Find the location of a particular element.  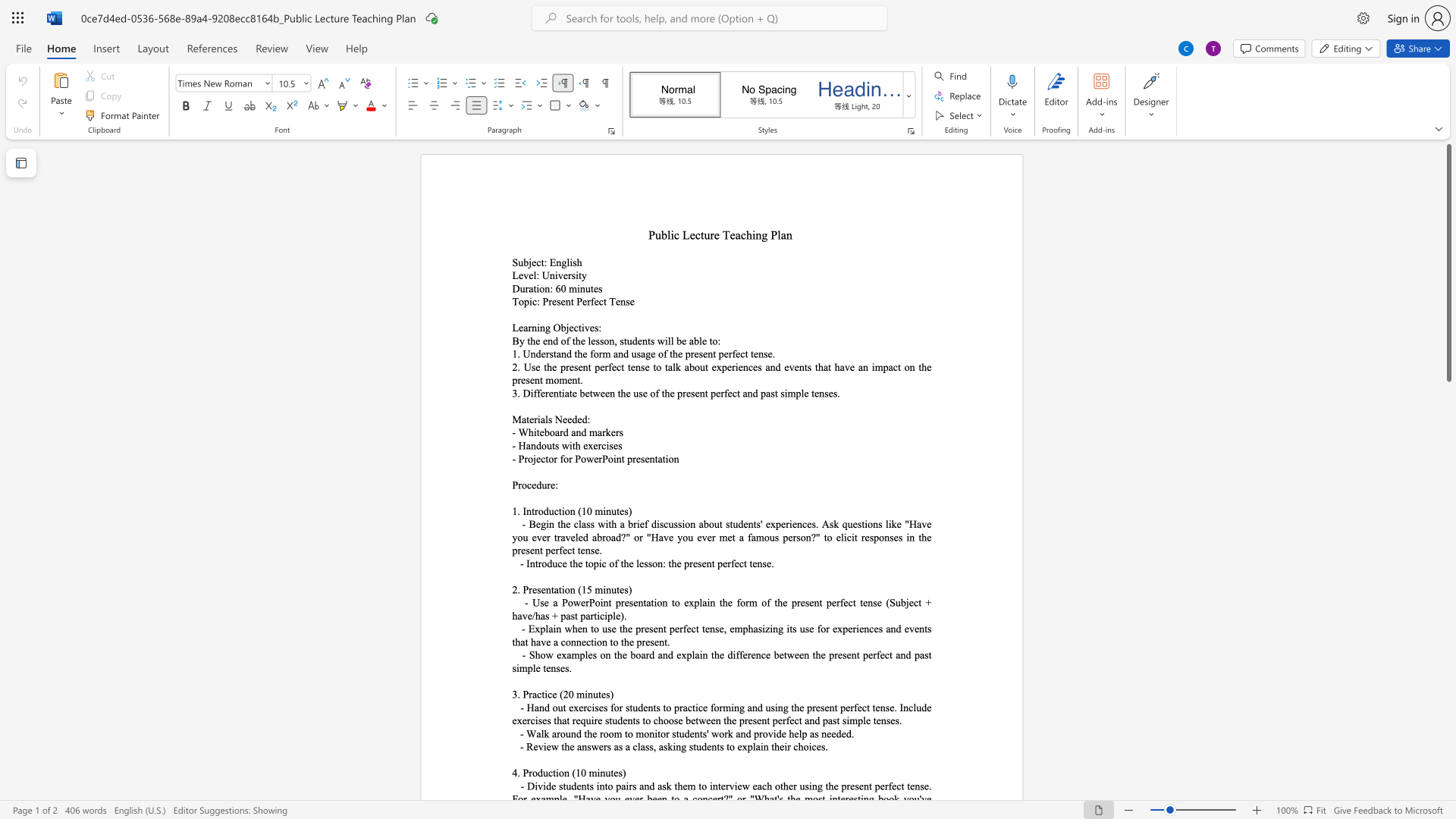

the space between the continuous character "o" and "o" in the text is located at coordinates (667, 720).